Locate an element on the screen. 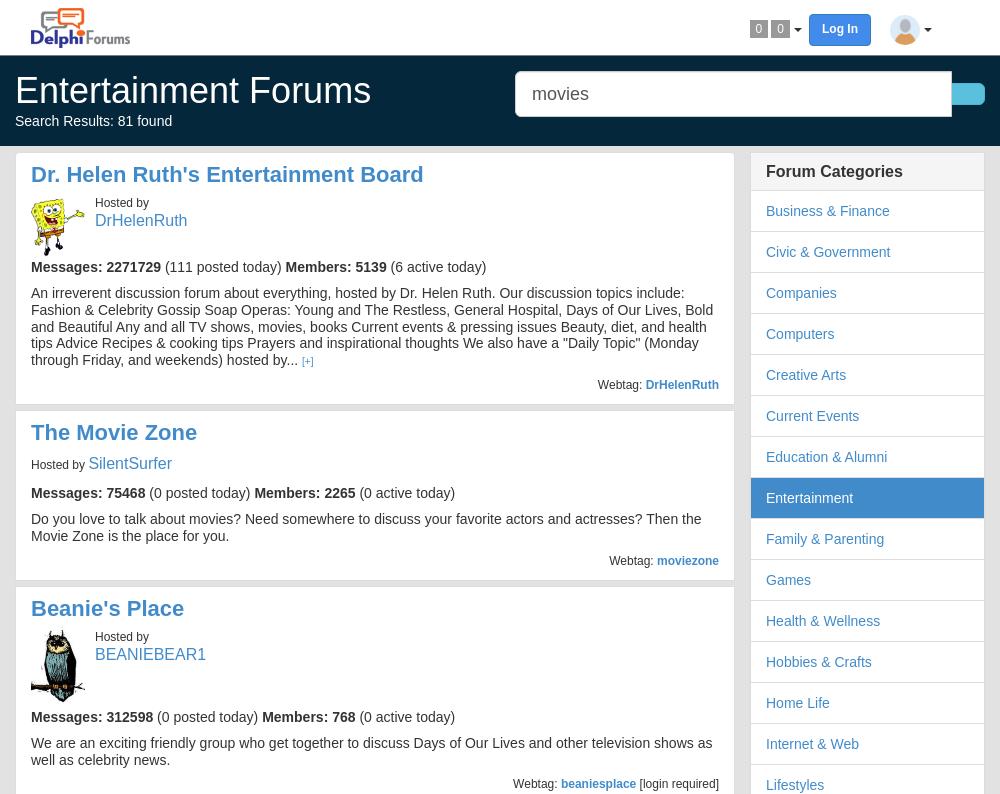 This screenshot has width=1000, height=794. '[+]' is located at coordinates (307, 361).